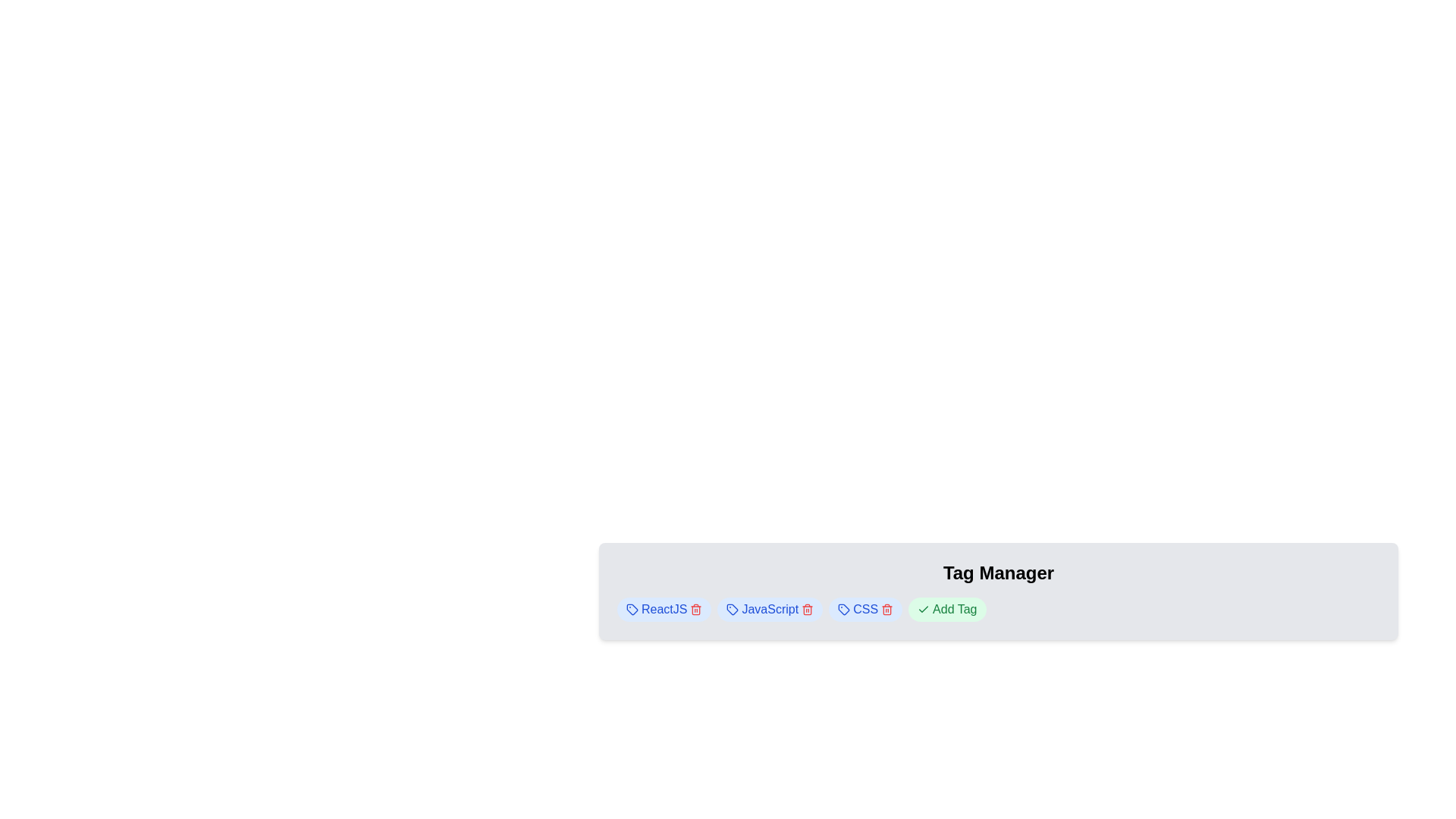  Describe the element at coordinates (733, 608) in the screenshot. I see `the small tag-shaped icon with a light blue background and white foreground, located next to the 'JavaScript' tag label` at that location.